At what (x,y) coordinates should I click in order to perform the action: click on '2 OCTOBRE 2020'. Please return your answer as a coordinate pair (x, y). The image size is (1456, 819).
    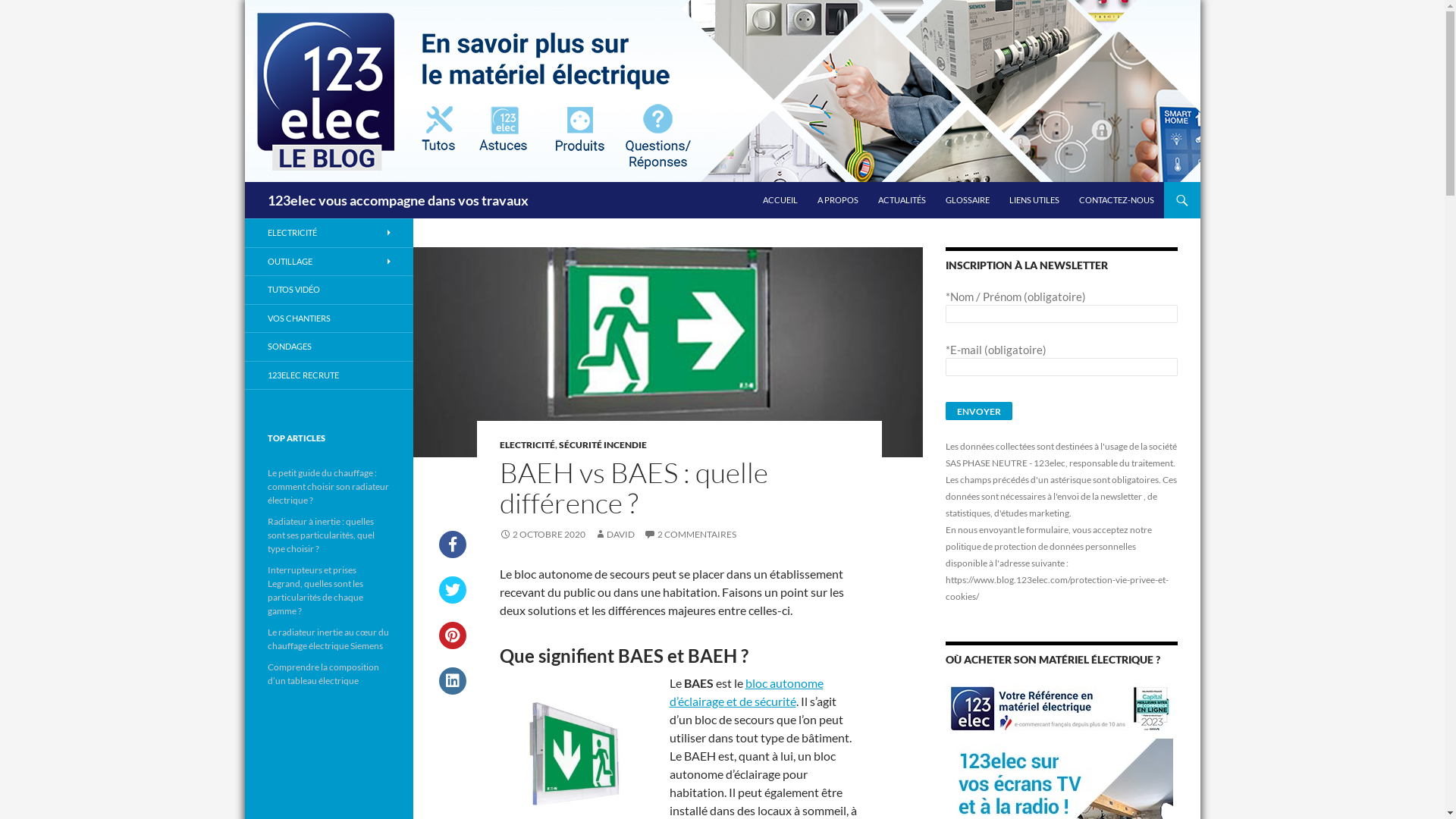
    Looking at the image, I should click on (541, 533).